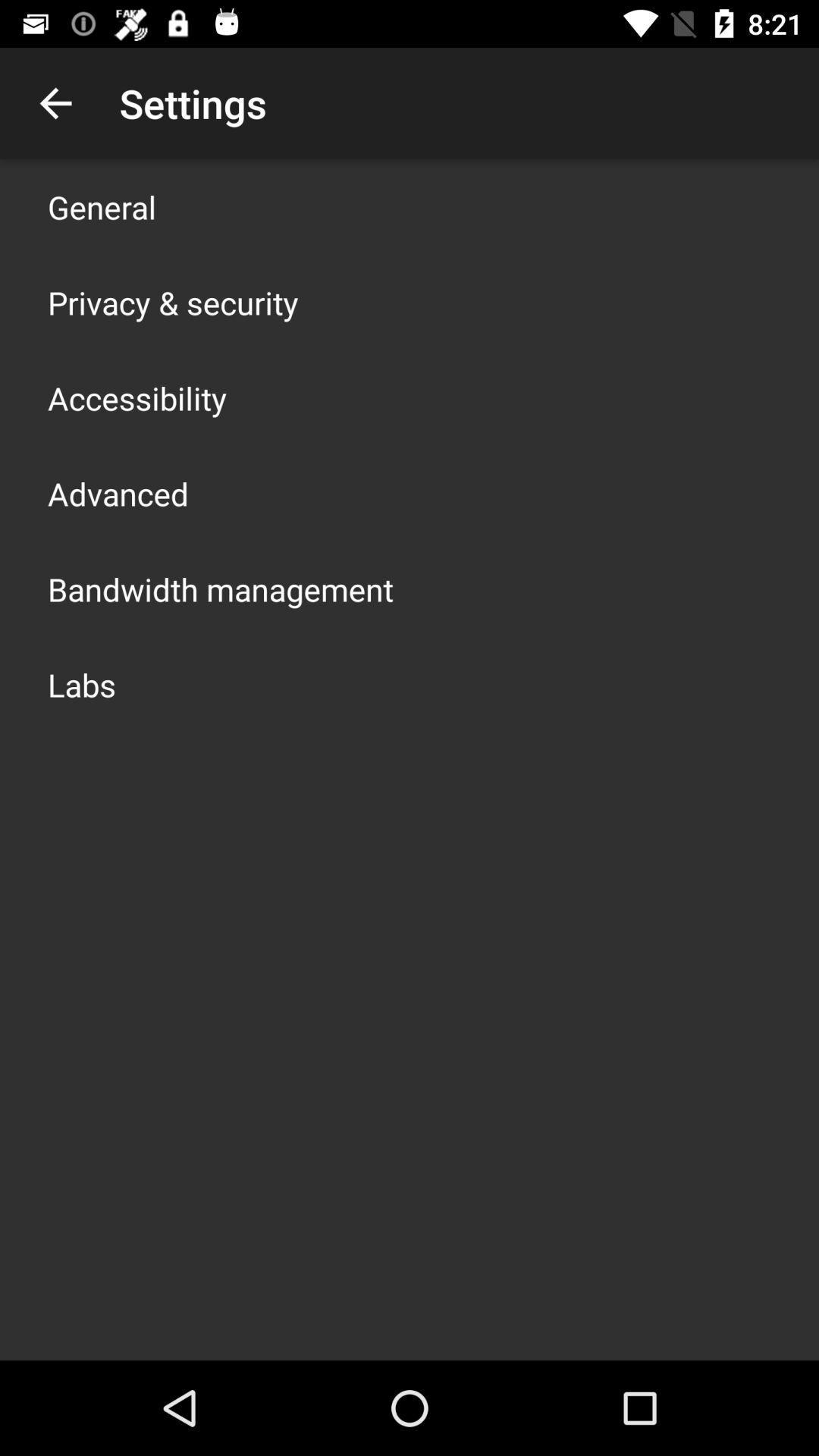  Describe the element at coordinates (220, 588) in the screenshot. I see `app below advanced` at that location.